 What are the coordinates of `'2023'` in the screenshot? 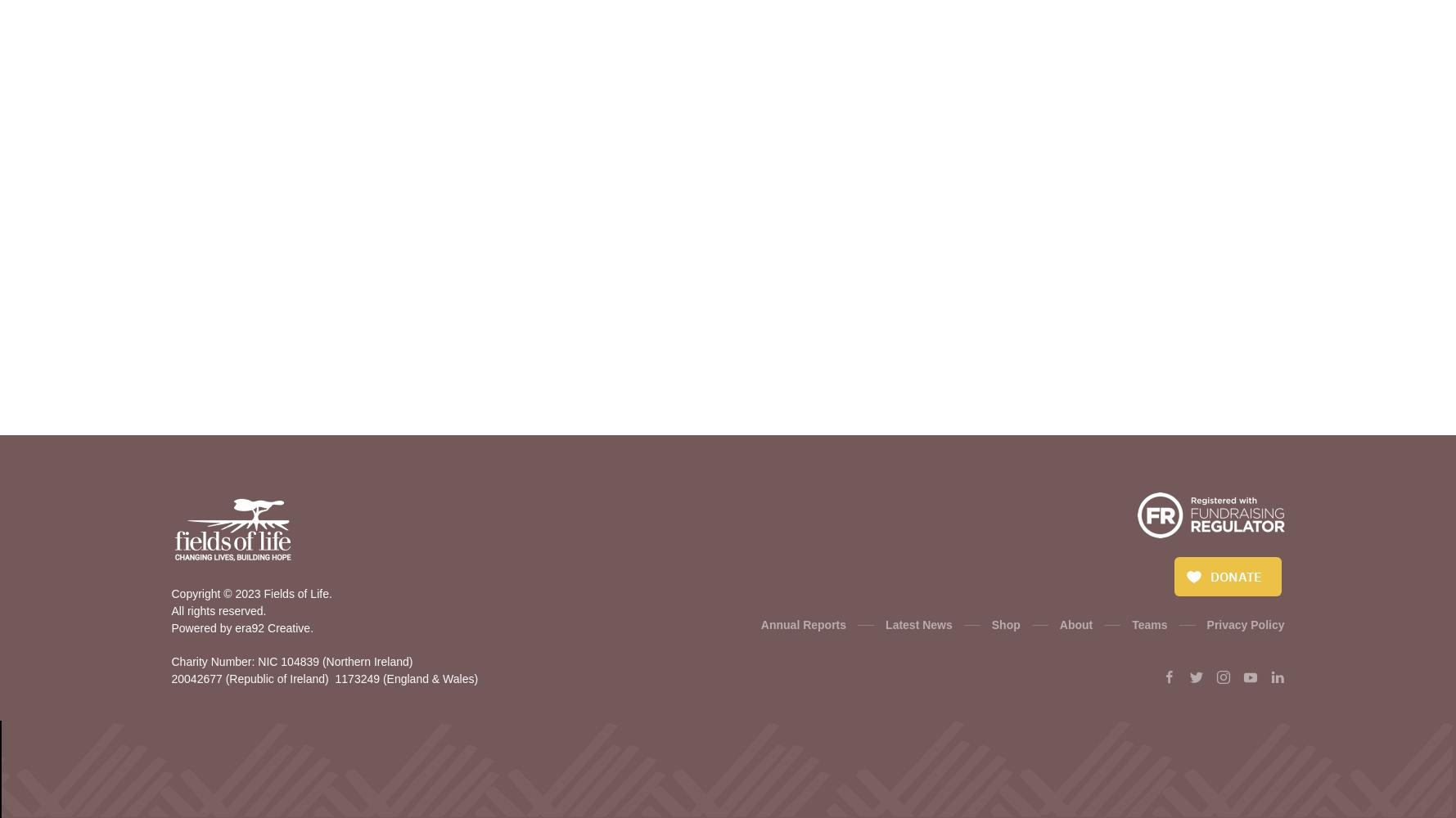 It's located at (247, 593).